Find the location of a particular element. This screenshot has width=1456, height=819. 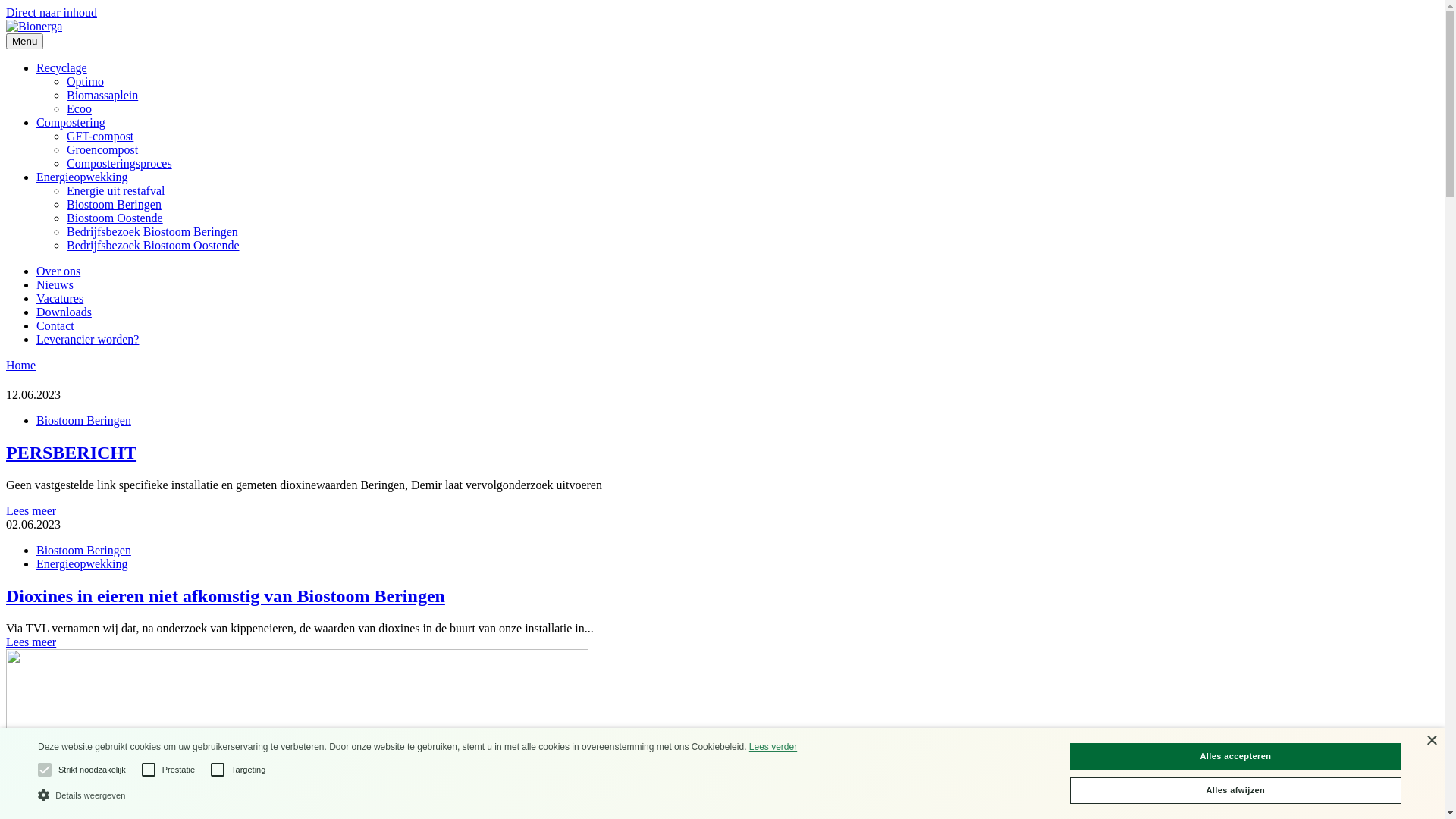

'Nieuws' is located at coordinates (55, 284).